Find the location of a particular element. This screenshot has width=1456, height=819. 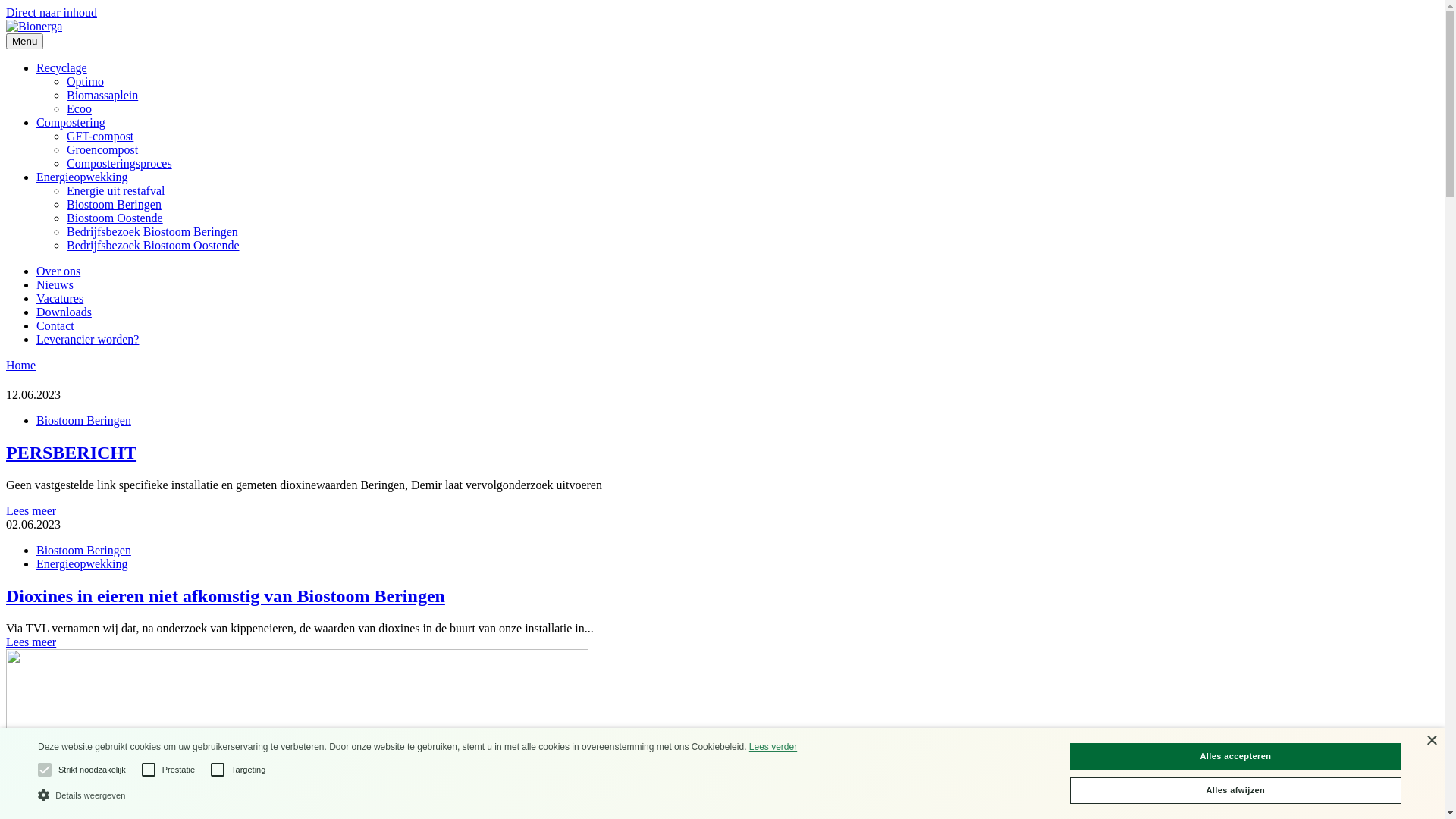

'Nieuws' is located at coordinates (55, 284).